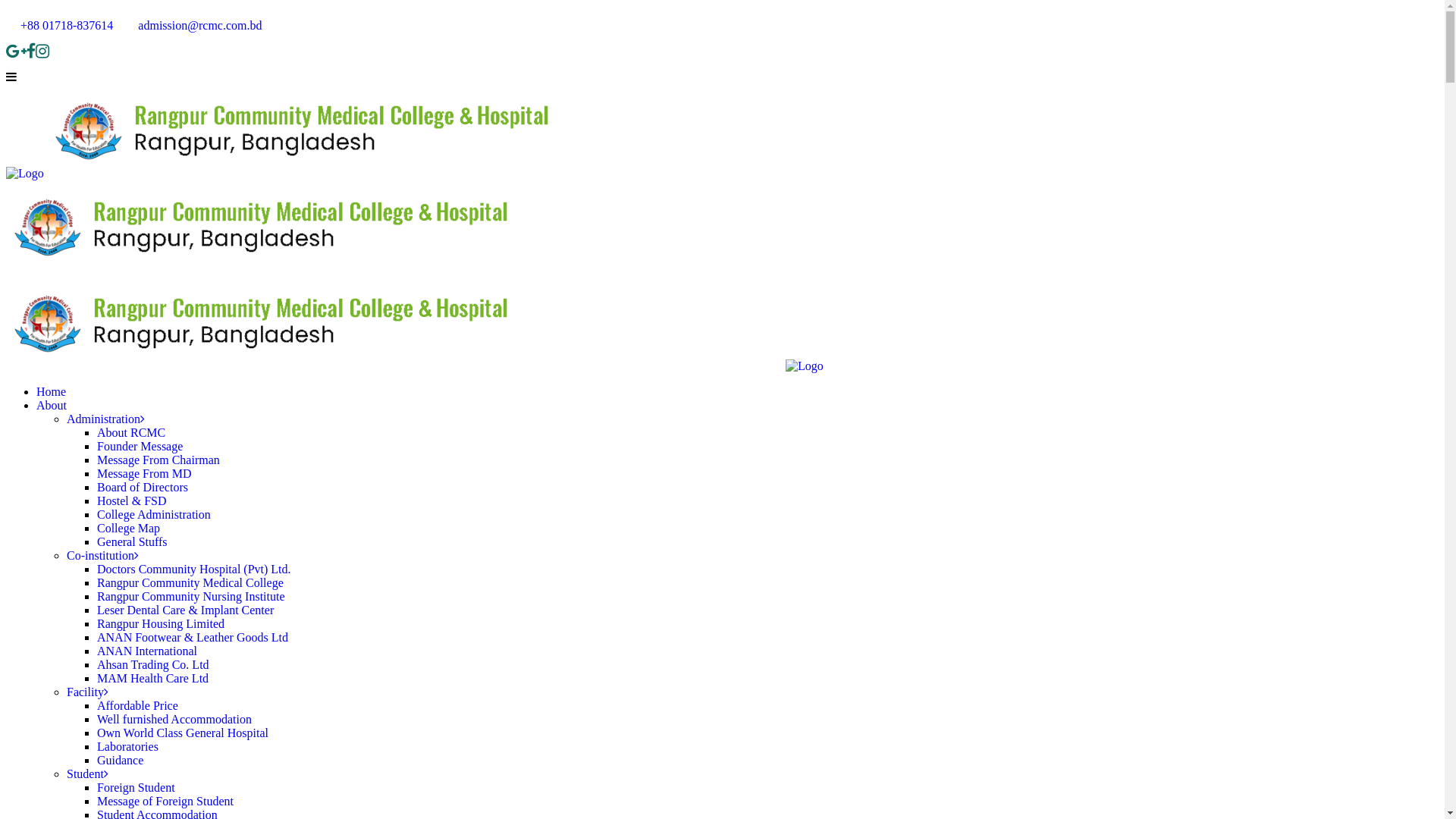  I want to click on 'Own World Class General Hospital', so click(182, 732).